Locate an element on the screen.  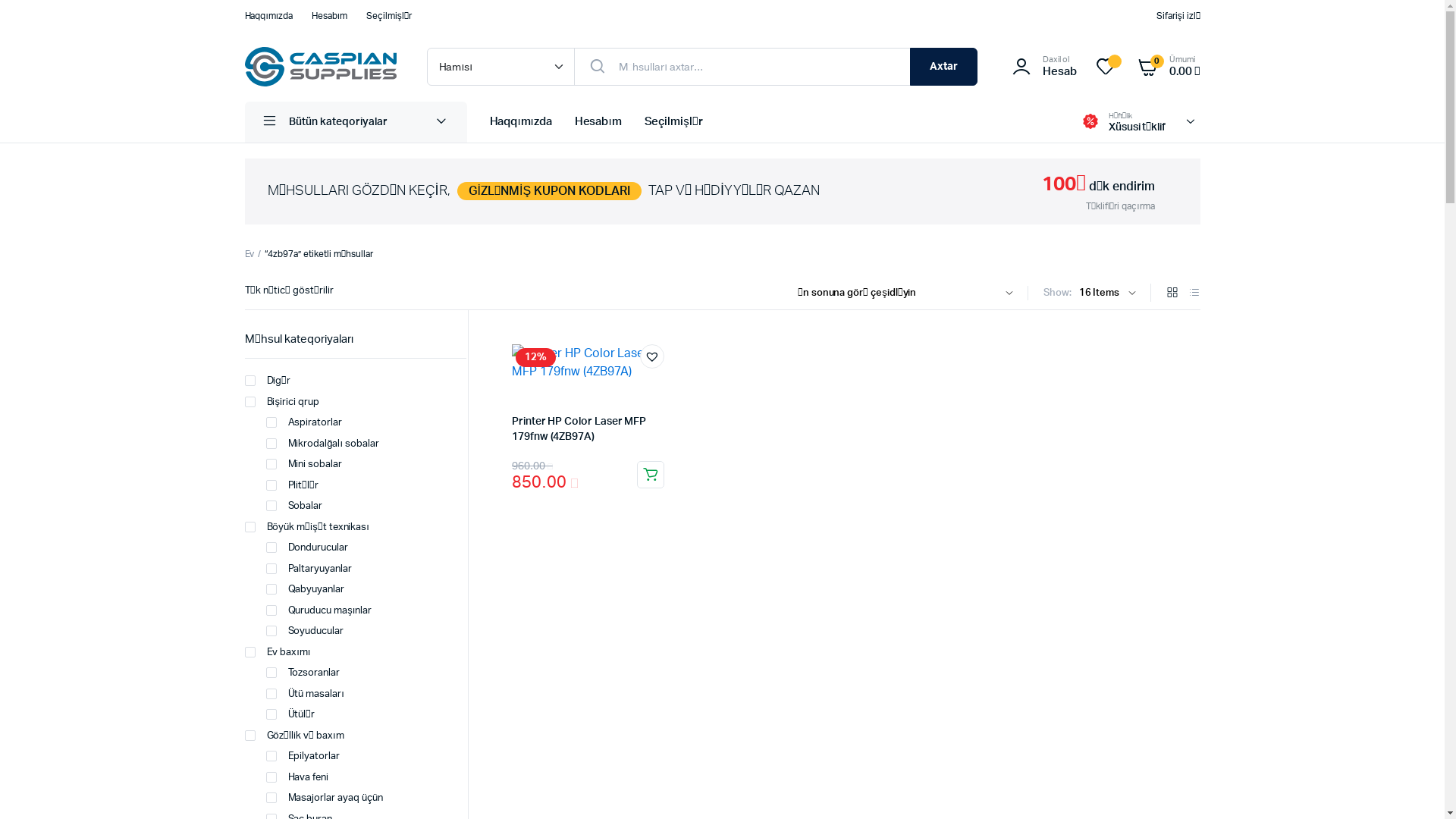
'Ev' is located at coordinates (249, 253).